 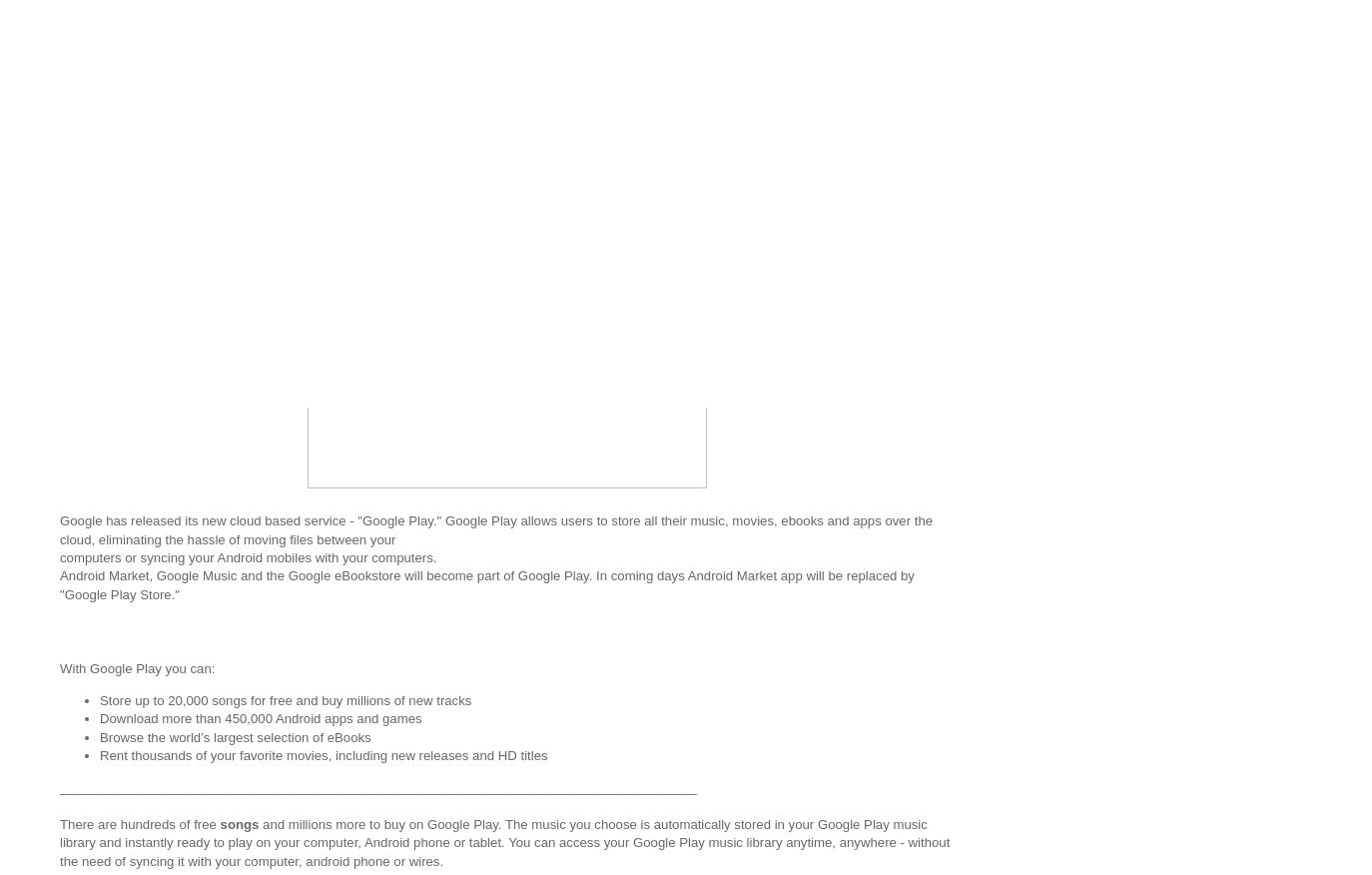 I want to click on 'Wednesday, March 7, 2012', so click(x=169, y=173).